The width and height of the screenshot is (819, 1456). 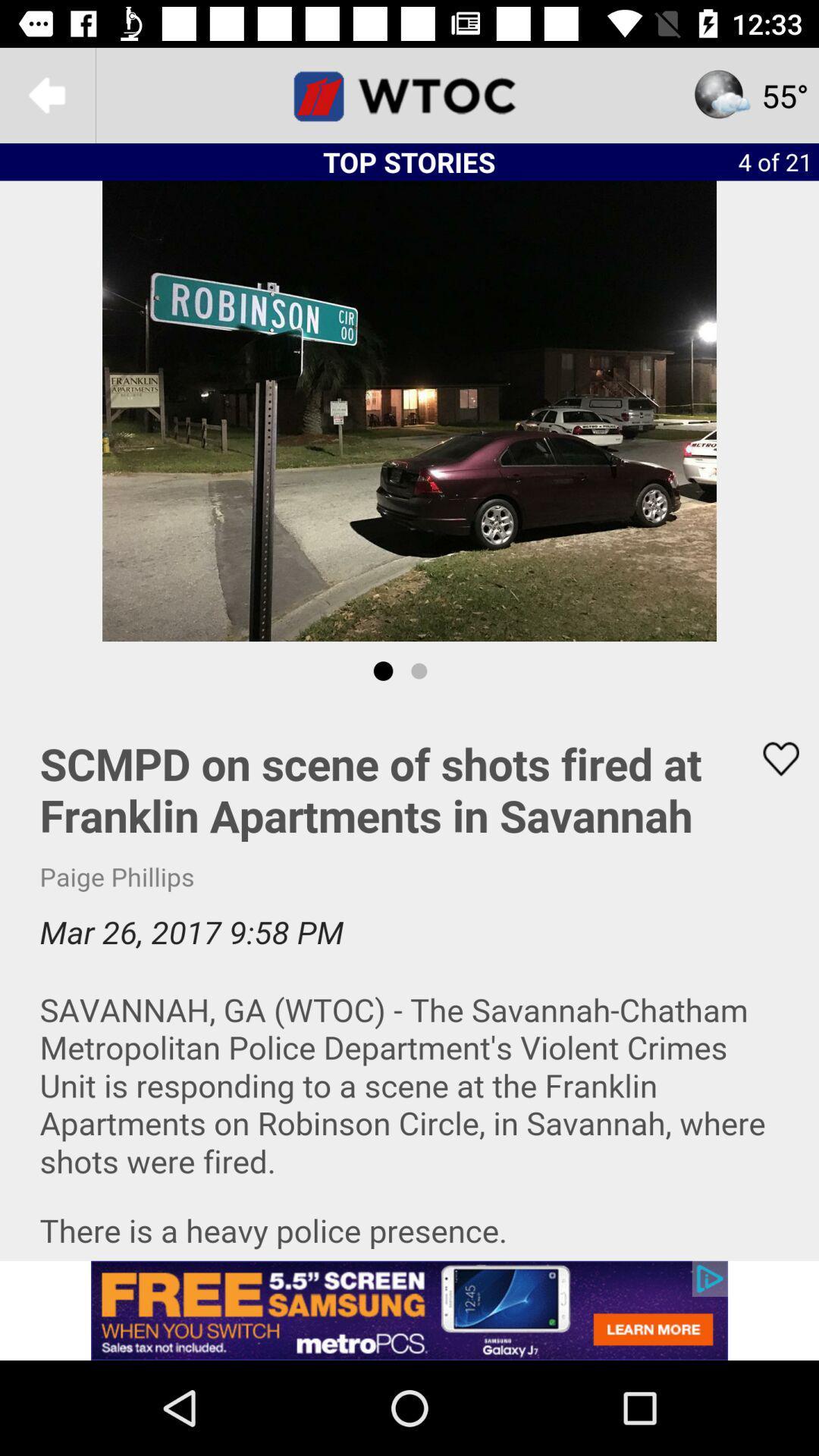 I want to click on back, so click(x=46, y=94).